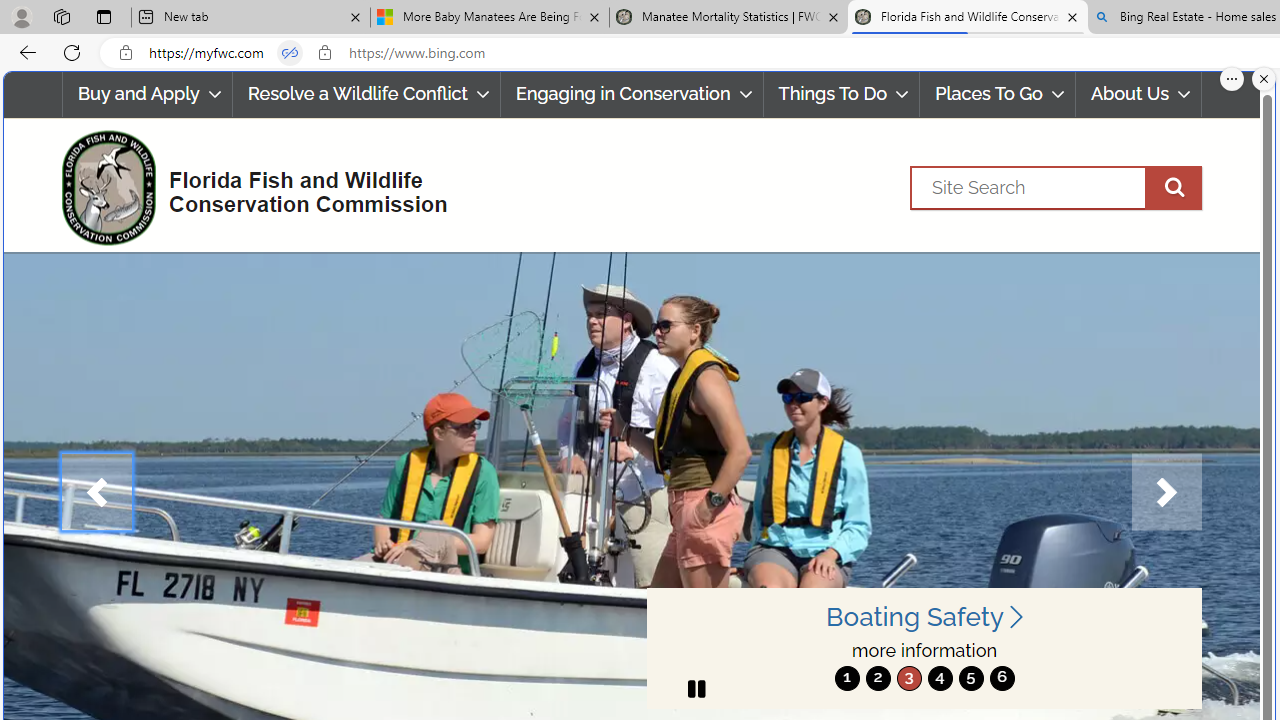  Describe the element at coordinates (728, 17) in the screenshot. I see `'Manatee Mortality Statistics | FWC'` at that location.